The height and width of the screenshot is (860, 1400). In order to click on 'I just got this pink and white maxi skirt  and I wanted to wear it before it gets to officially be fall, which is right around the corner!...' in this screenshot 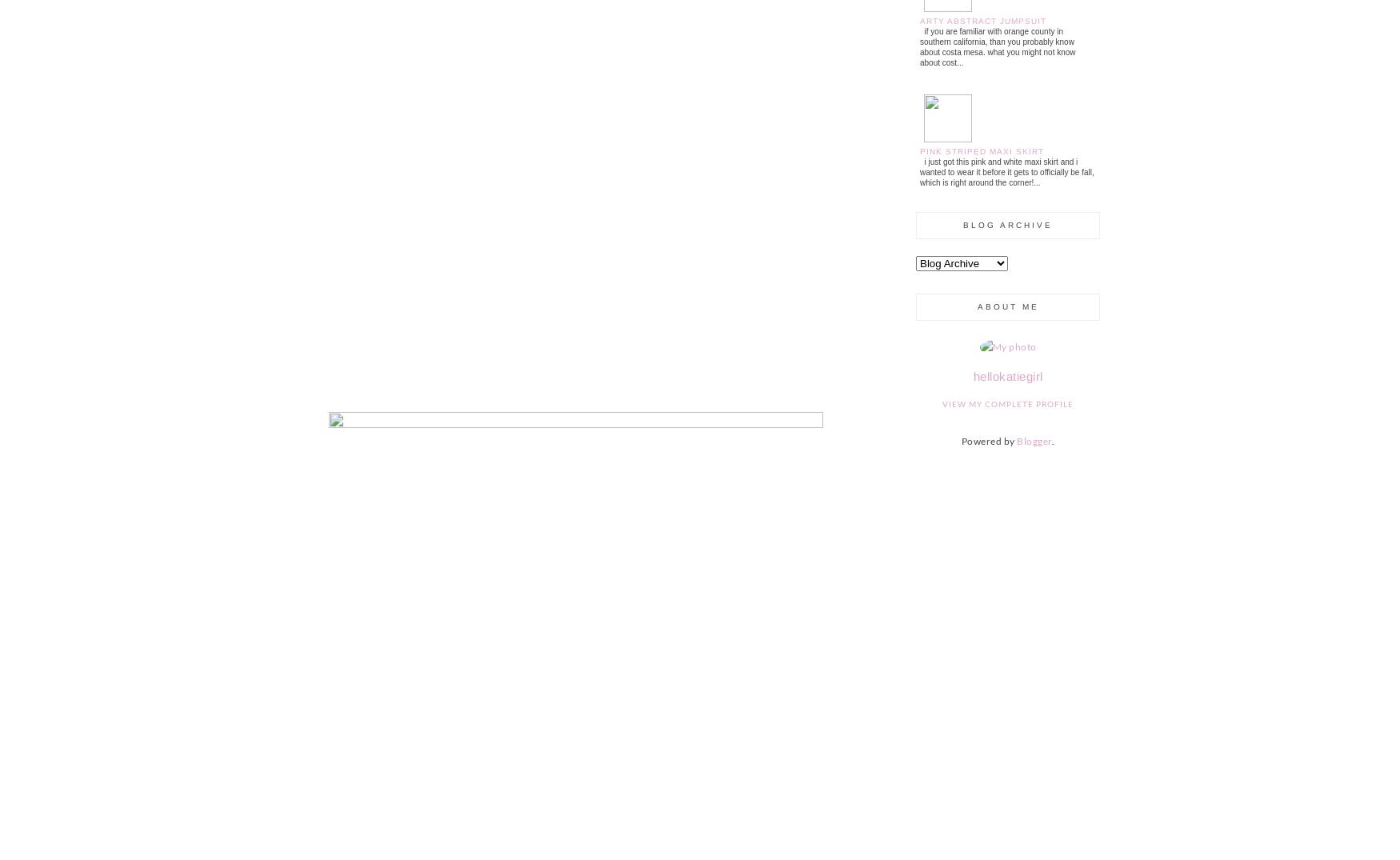, I will do `click(1006, 170)`.